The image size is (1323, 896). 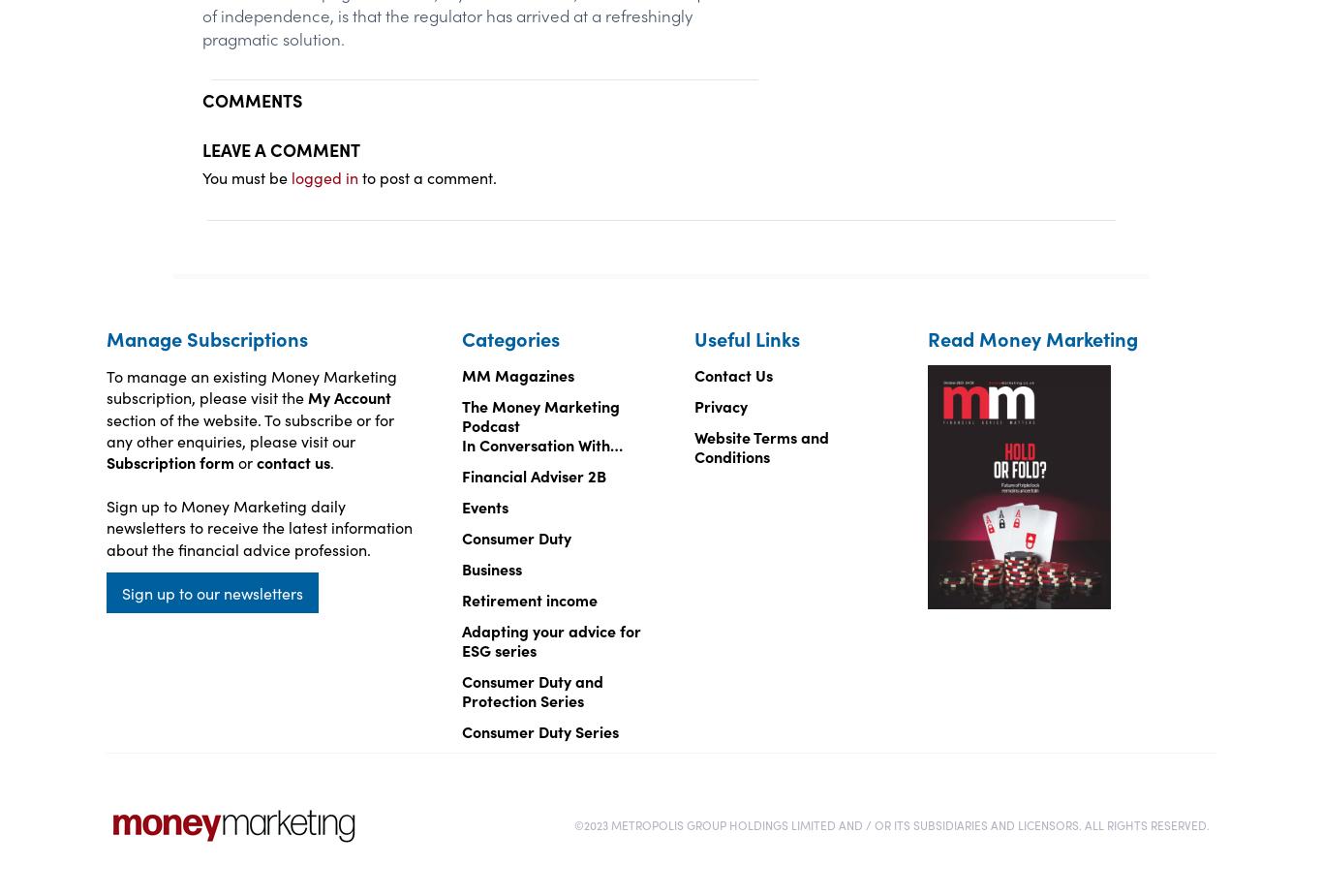 What do you see at coordinates (168, 462) in the screenshot?
I see `'Subscription form'` at bounding box center [168, 462].